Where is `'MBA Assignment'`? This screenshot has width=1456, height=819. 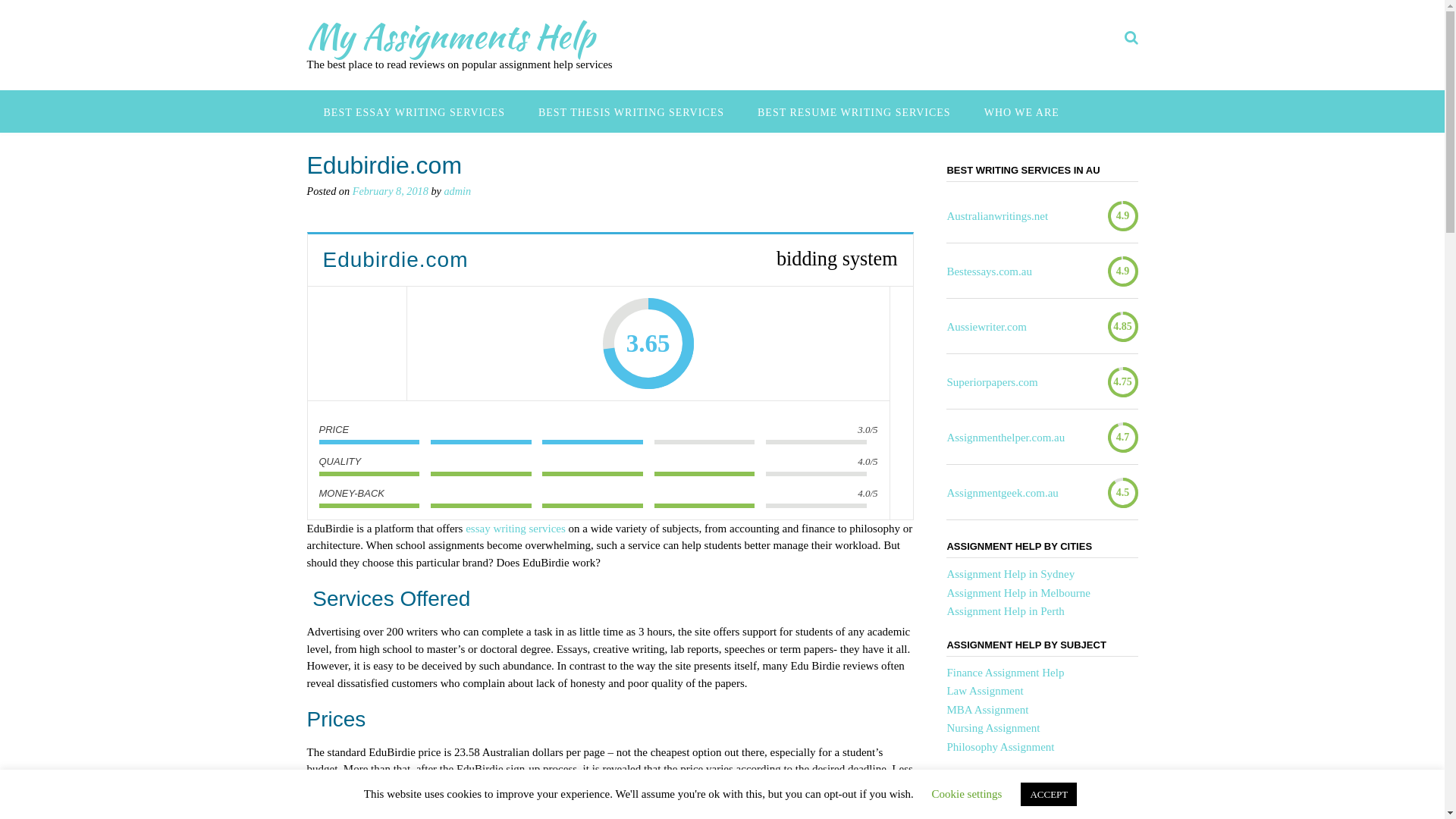 'MBA Assignment' is located at coordinates (946, 710).